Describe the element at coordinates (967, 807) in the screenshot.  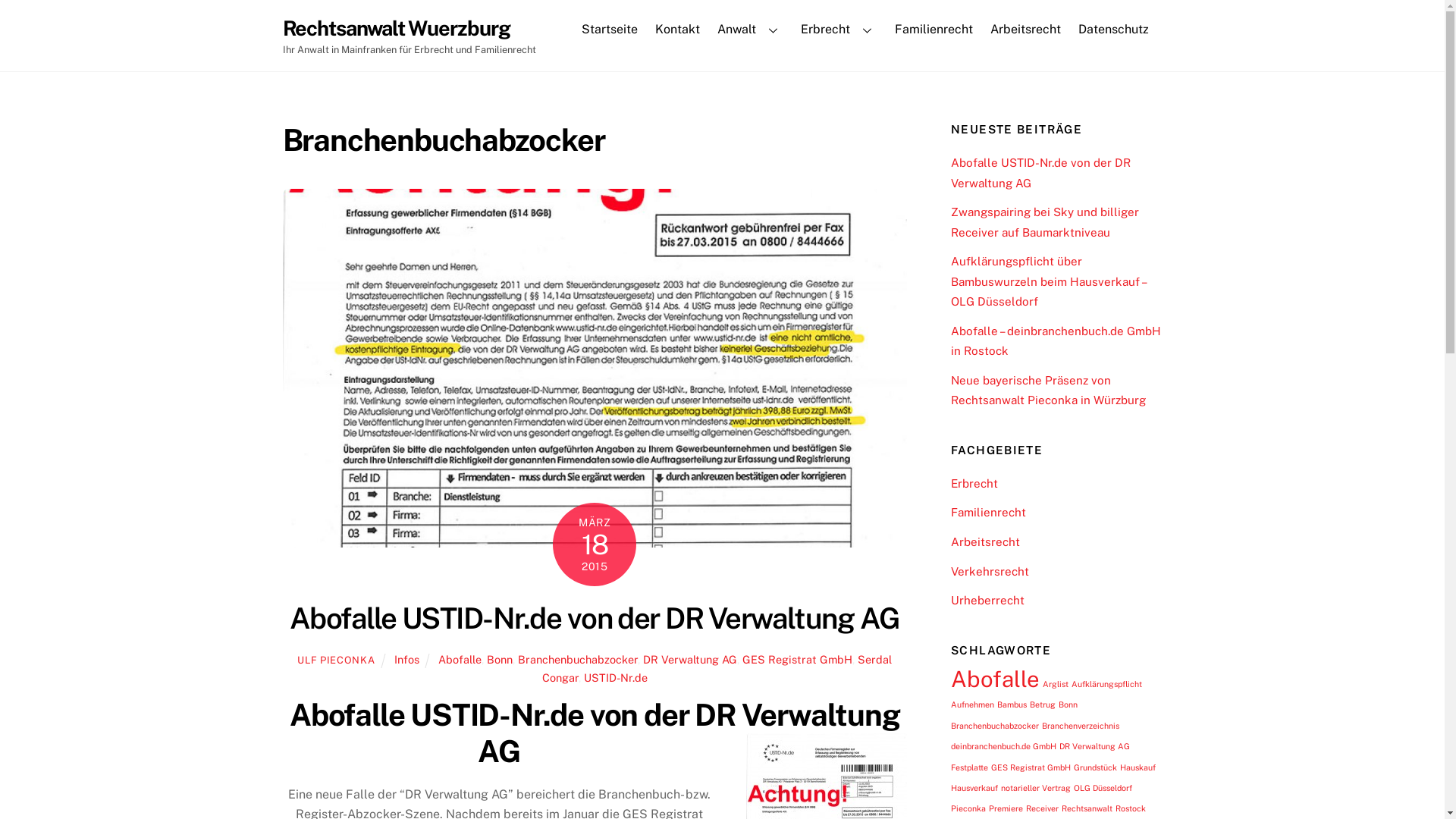
I see `'Pieconka'` at that location.